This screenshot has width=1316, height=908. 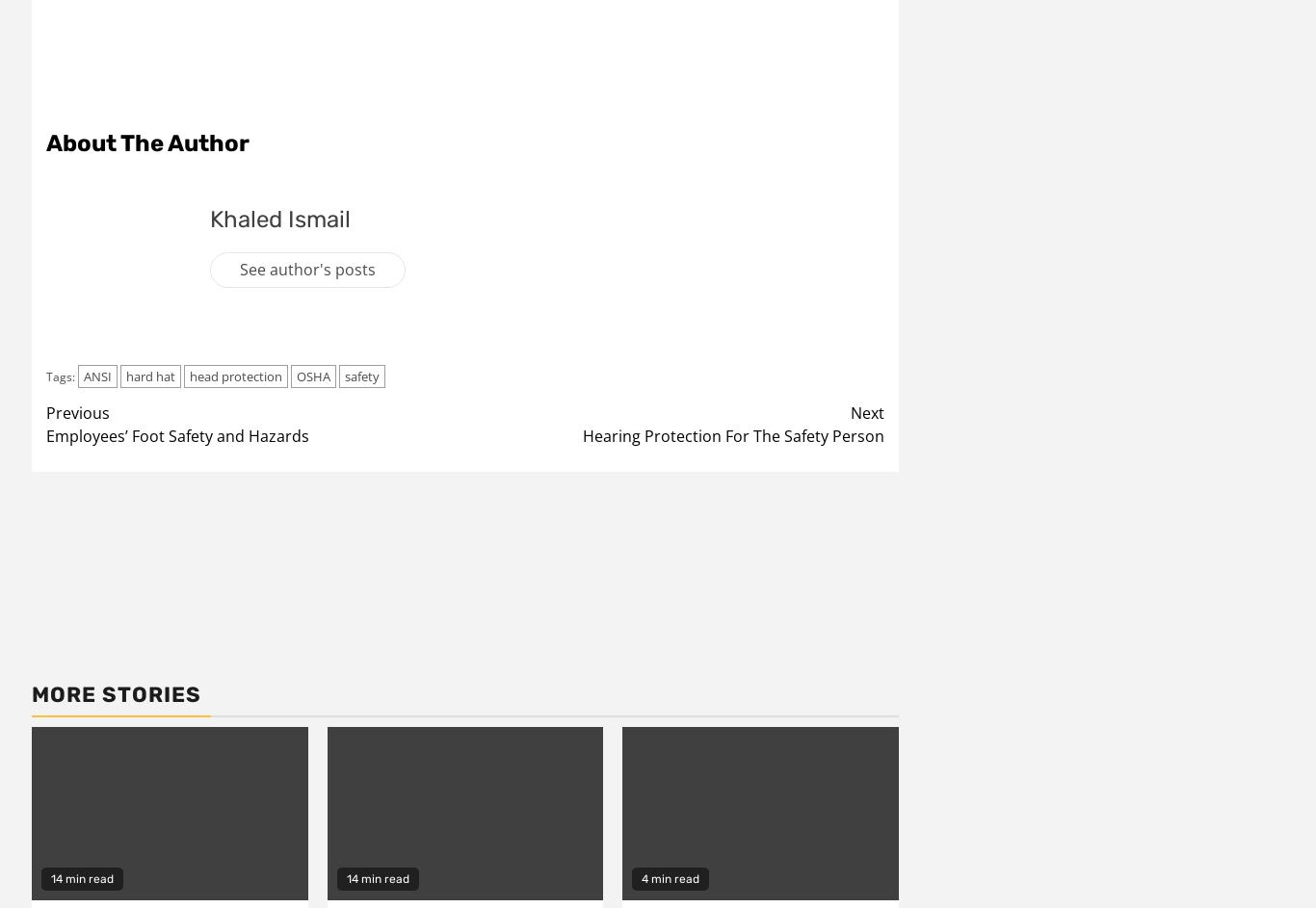 I want to click on 'About The Author', so click(x=45, y=142).